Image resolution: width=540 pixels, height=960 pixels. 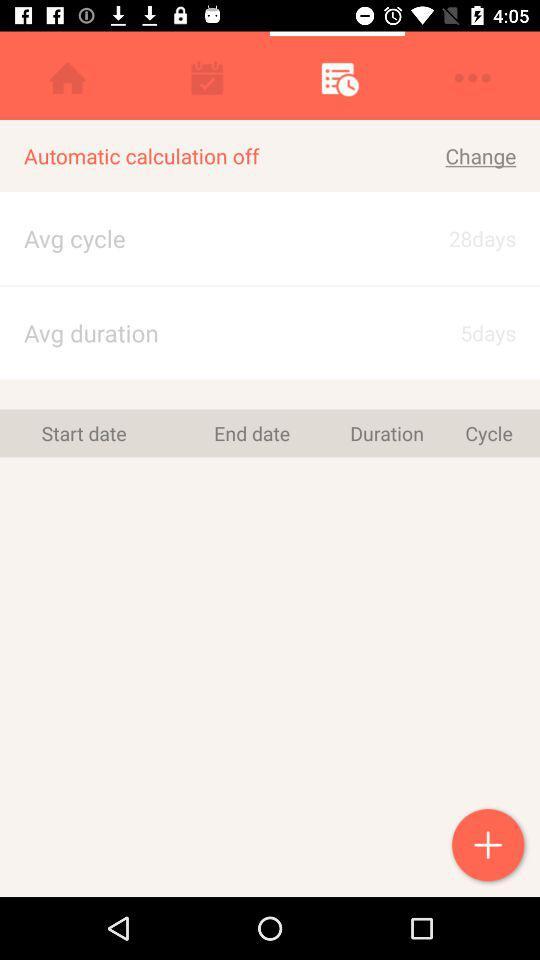 I want to click on item next to duration icon, so click(x=252, y=433).